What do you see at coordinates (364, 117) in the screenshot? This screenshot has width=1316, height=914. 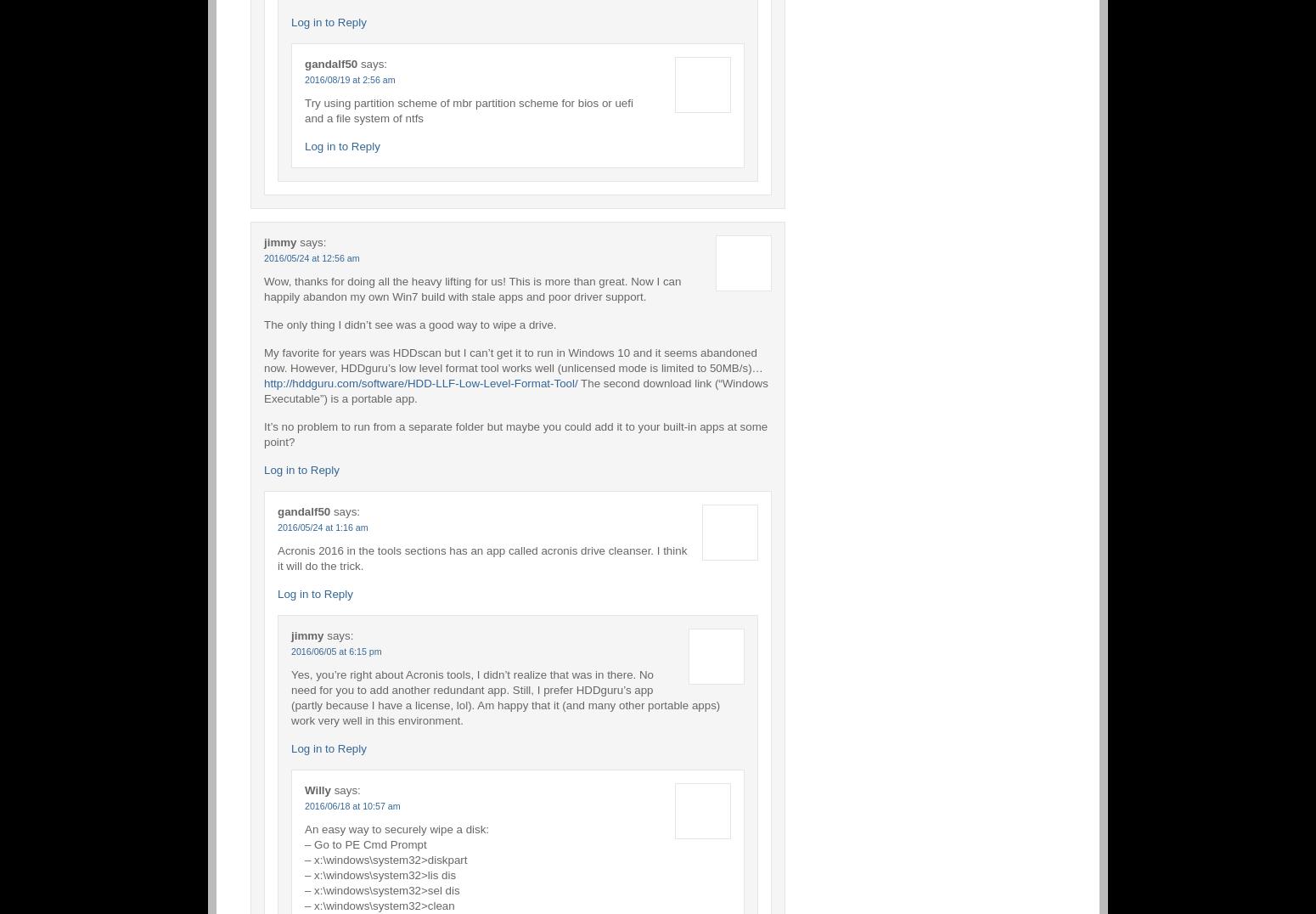 I see `'and a file system of ntfs'` at bounding box center [364, 117].